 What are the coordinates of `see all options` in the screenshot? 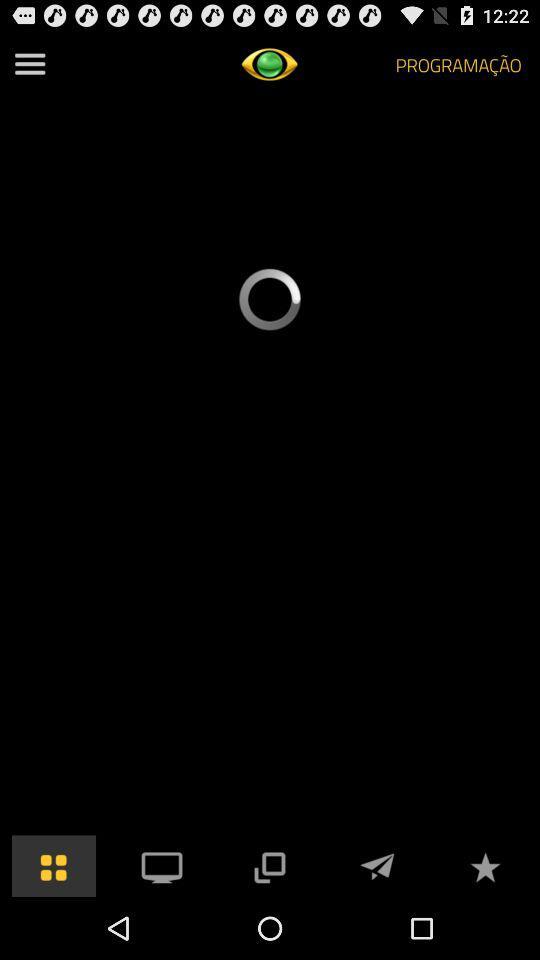 It's located at (29, 64).